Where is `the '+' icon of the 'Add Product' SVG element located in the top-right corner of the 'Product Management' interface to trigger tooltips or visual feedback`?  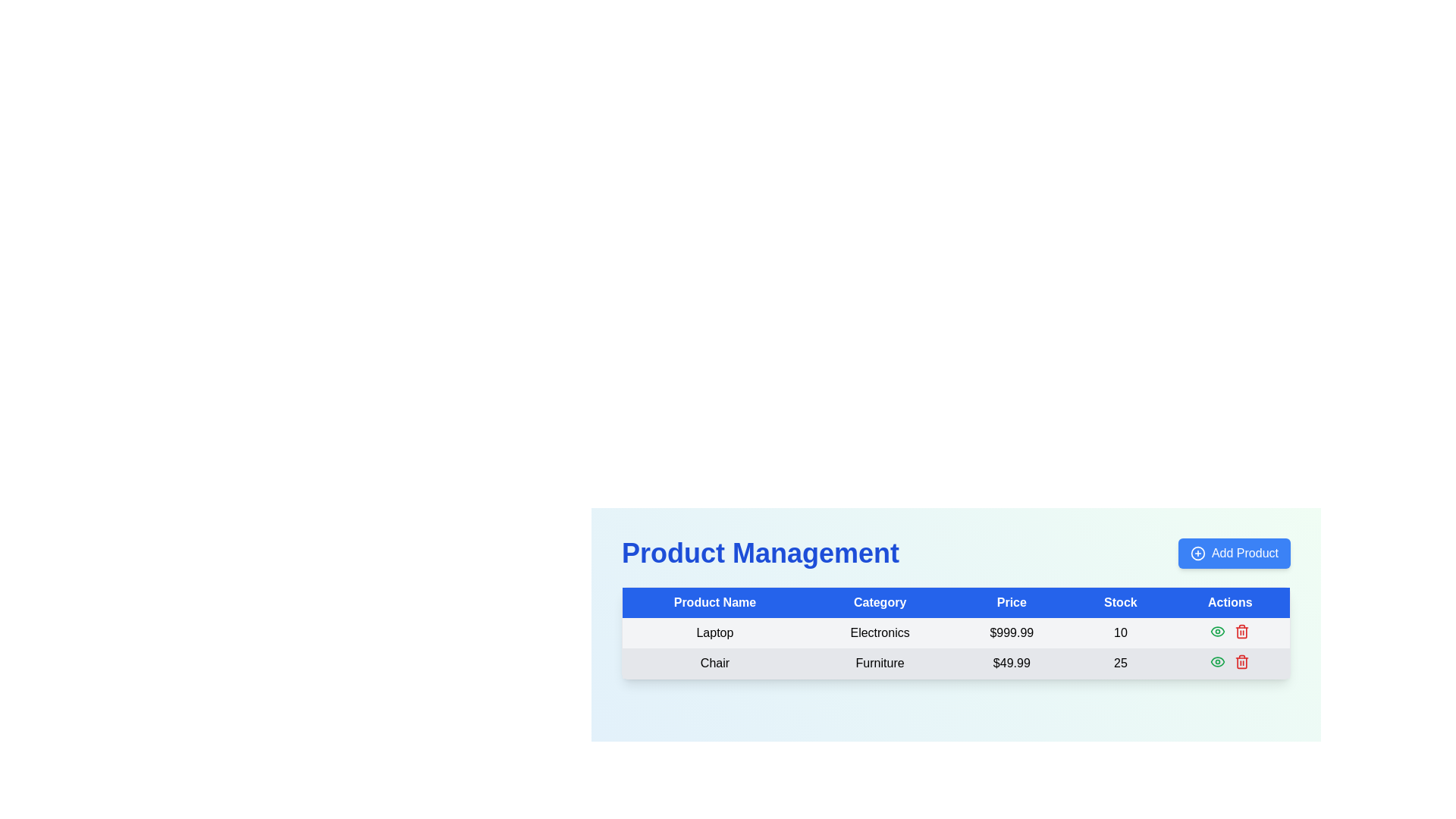
the '+' icon of the 'Add Product' SVG element located in the top-right corner of the 'Product Management' interface to trigger tooltips or visual feedback is located at coordinates (1197, 553).